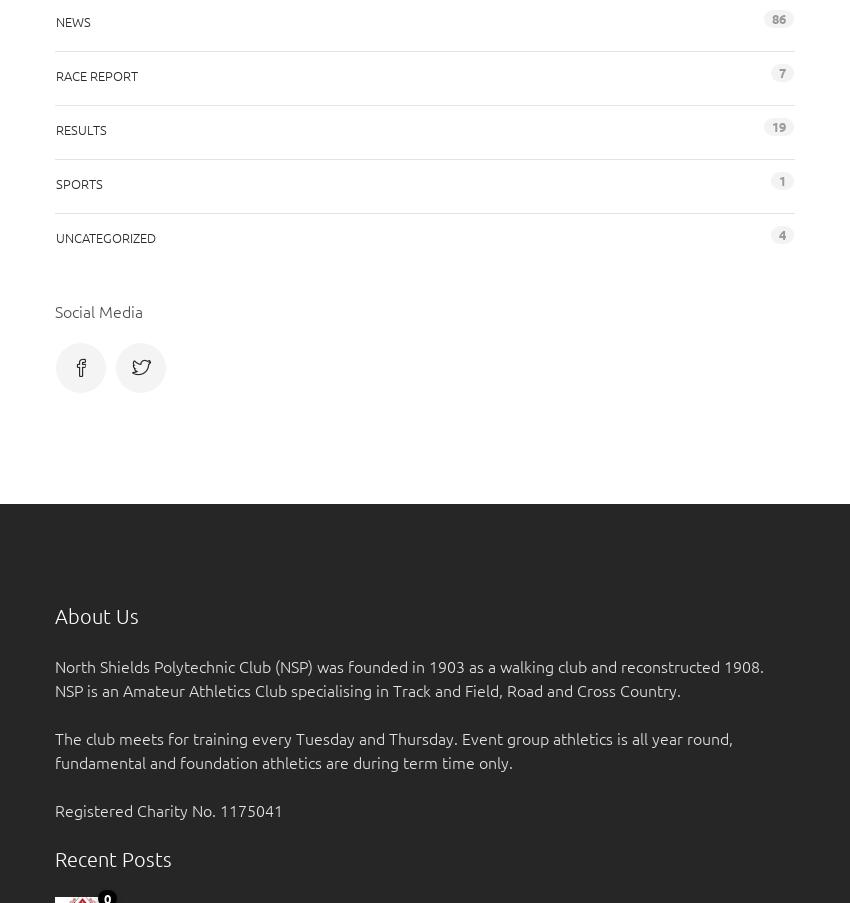  What do you see at coordinates (104, 236) in the screenshot?
I see `'Uncategorized'` at bounding box center [104, 236].